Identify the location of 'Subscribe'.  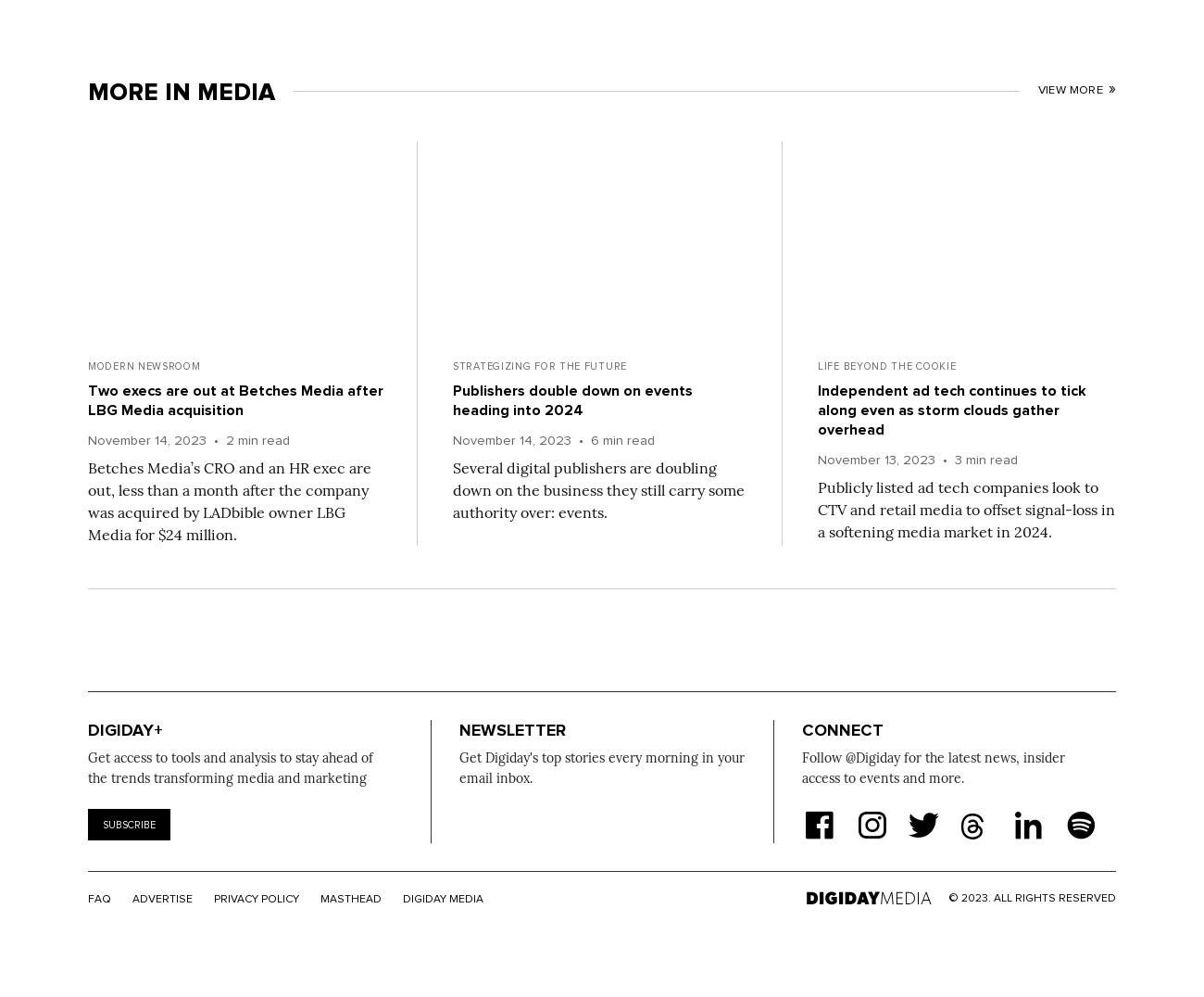
(128, 825).